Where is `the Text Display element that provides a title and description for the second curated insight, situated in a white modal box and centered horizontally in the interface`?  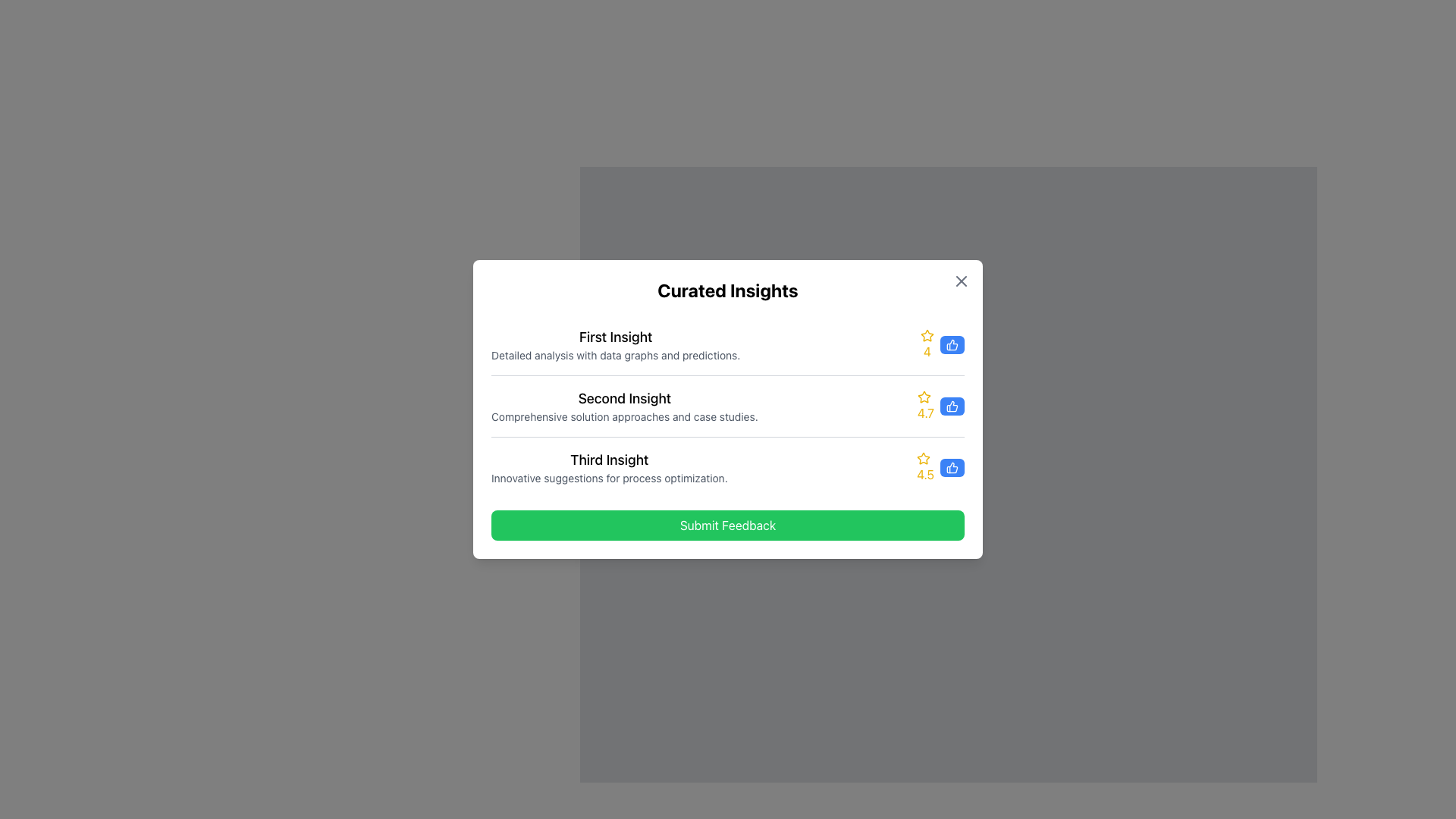 the Text Display element that provides a title and description for the second curated insight, situated in a white modal box and centered horizontally in the interface is located at coordinates (624, 406).